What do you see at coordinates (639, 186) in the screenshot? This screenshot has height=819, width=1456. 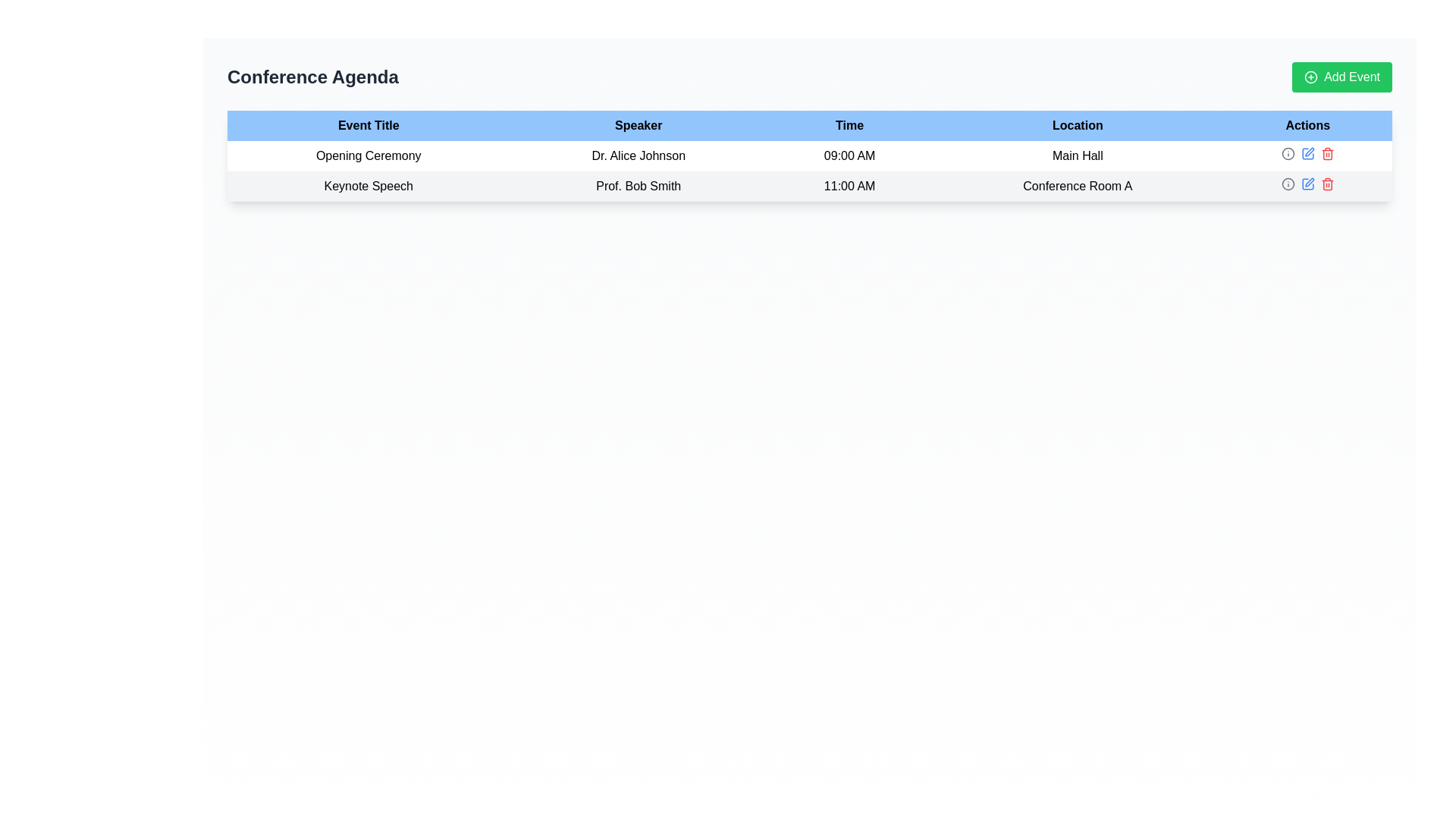 I see `the static text element that displays the speaker information for the second row in the table, located between the 'Keynote Speech' entry and the '11:00 AM' entry` at bounding box center [639, 186].